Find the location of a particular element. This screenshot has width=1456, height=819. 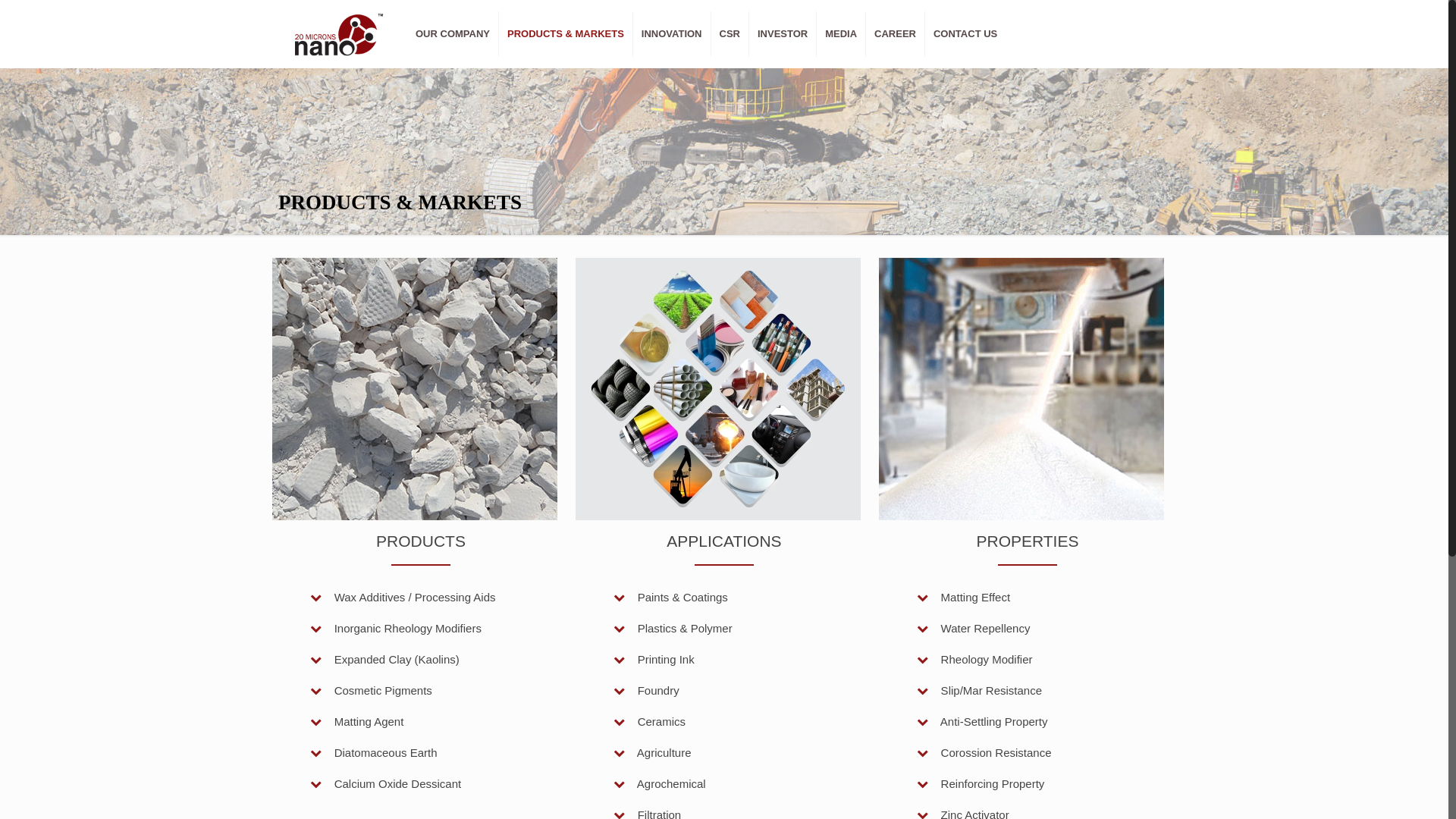

'INNOVATION' is located at coordinates (671, 34).